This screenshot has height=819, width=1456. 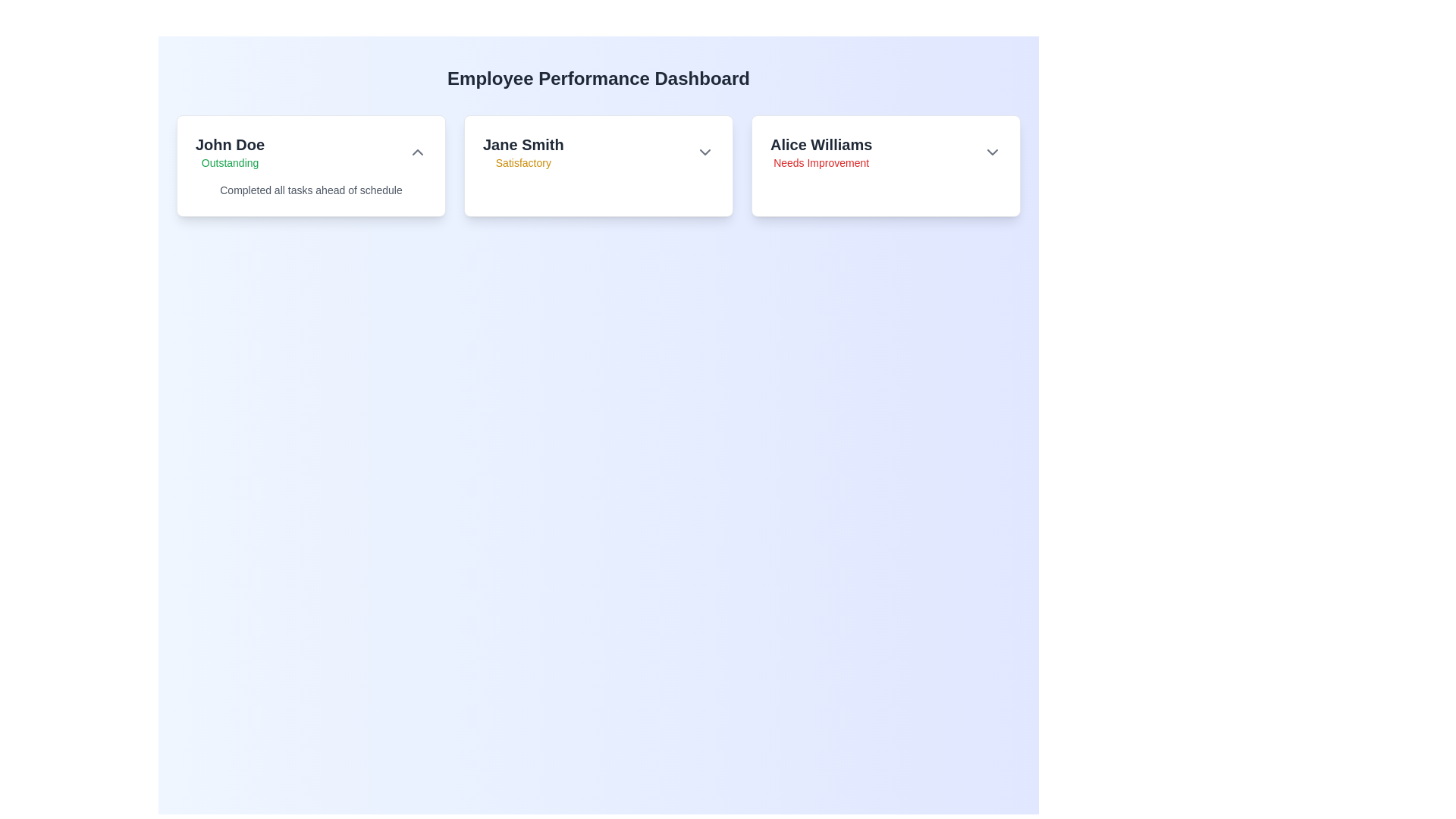 What do you see at coordinates (821, 152) in the screenshot?
I see `the Text Display element that shows 'Alice Williams' and 'Needs Improvement' in the top-right area of the third card` at bounding box center [821, 152].